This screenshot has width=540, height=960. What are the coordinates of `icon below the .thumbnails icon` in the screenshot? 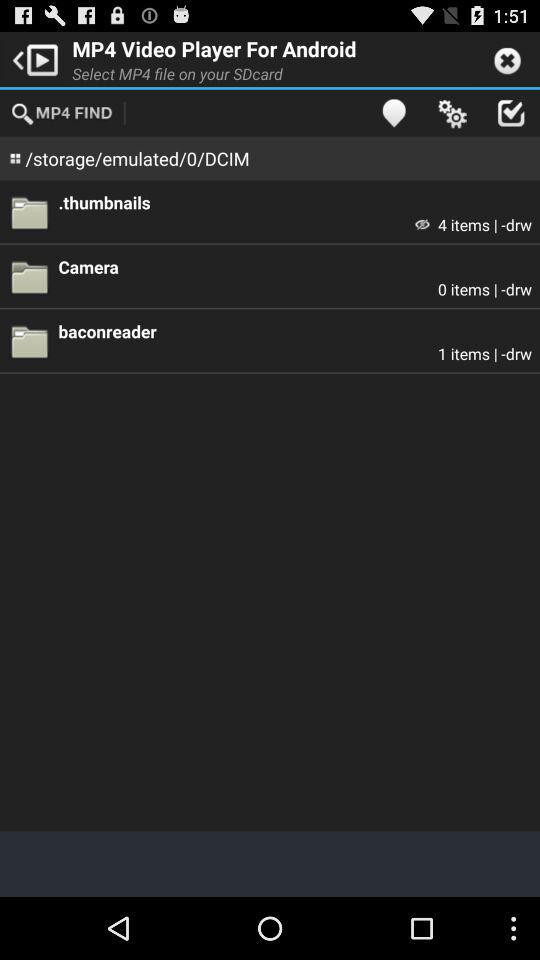 It's located at (421, 224).